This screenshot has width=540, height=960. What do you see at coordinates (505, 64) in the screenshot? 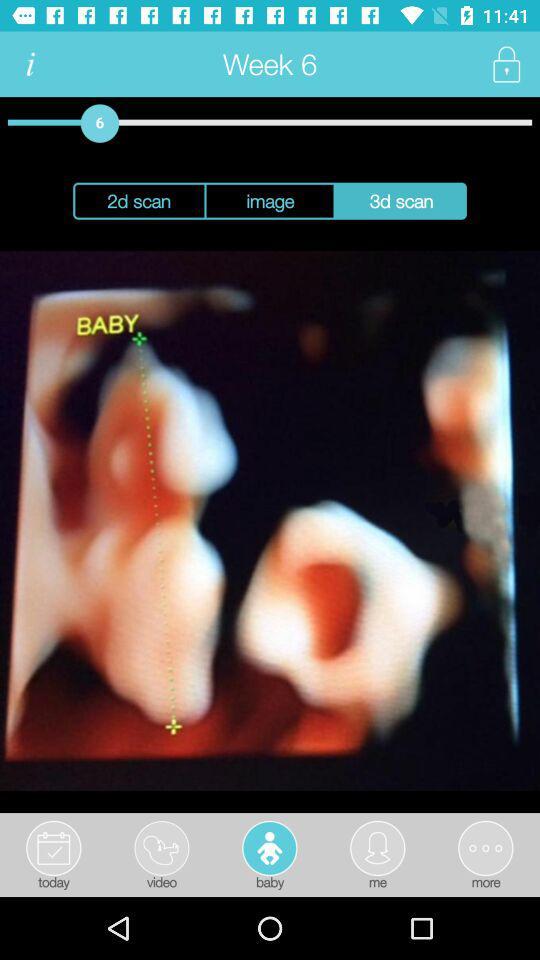
I see `the item to the right of week 6 item` at bounding box center [505, 64].